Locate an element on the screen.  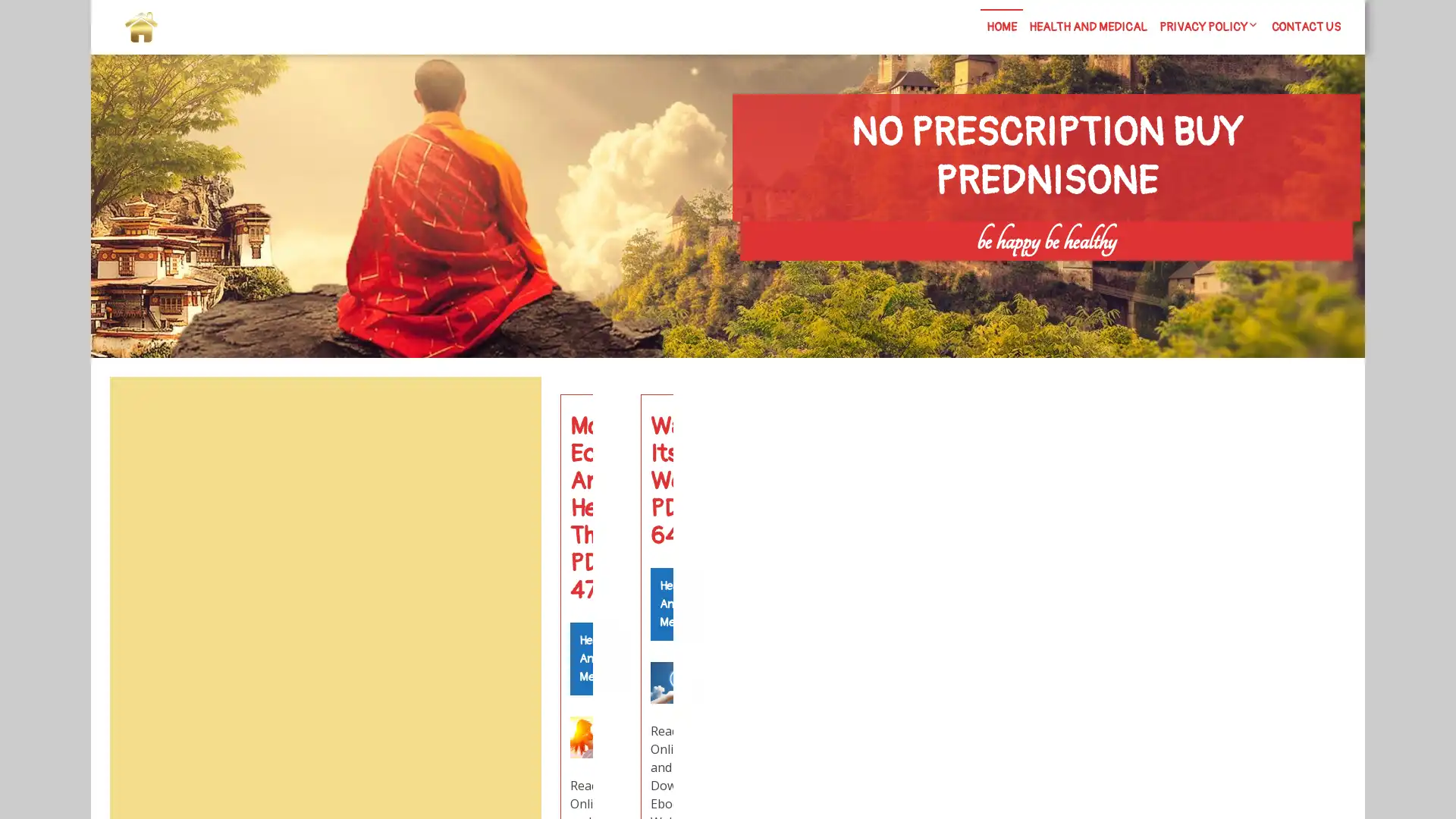
Search is located at coordinates (506, 413).